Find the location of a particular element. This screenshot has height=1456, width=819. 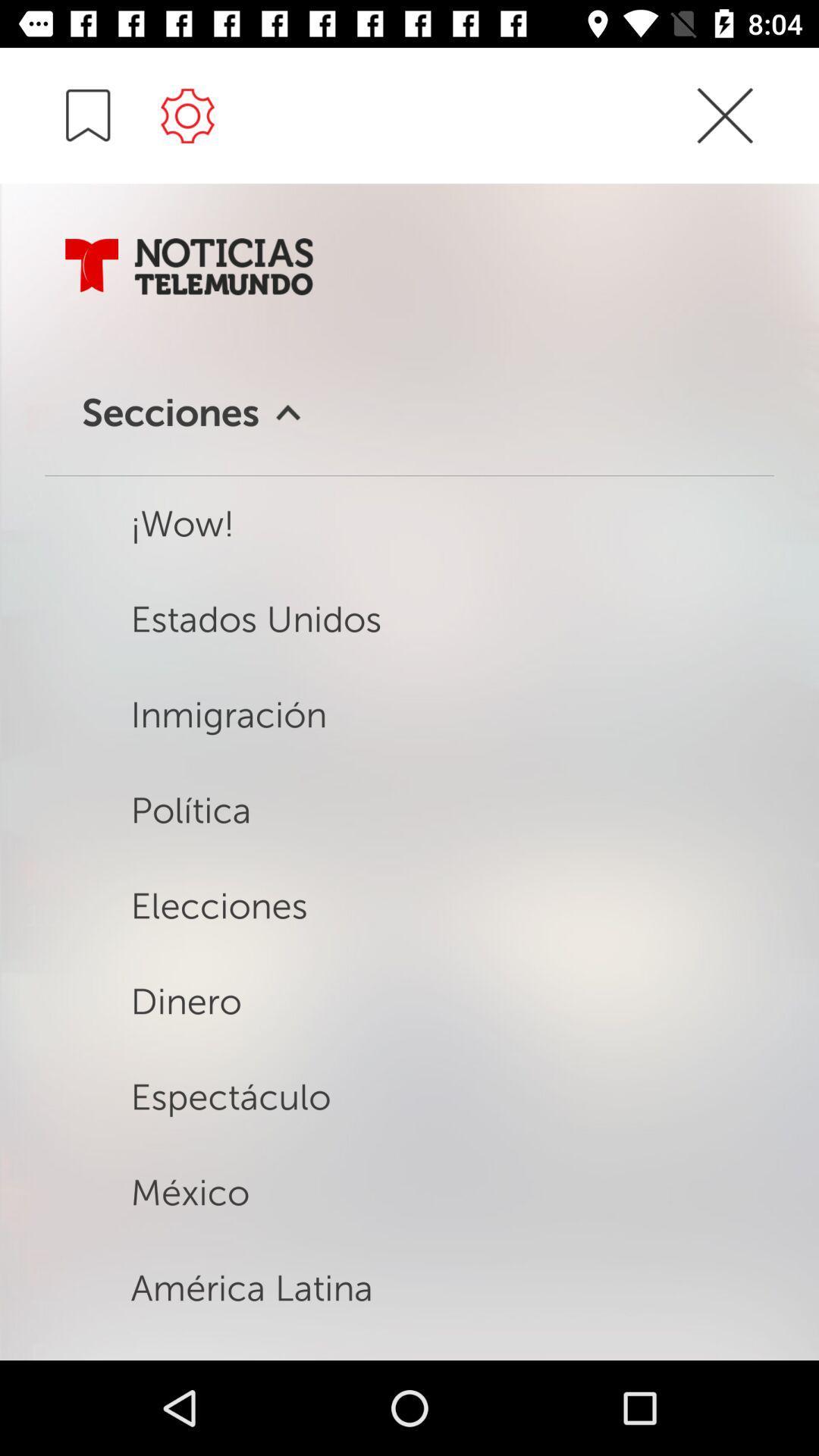

the weather icon is located at coordinates (187, 115).